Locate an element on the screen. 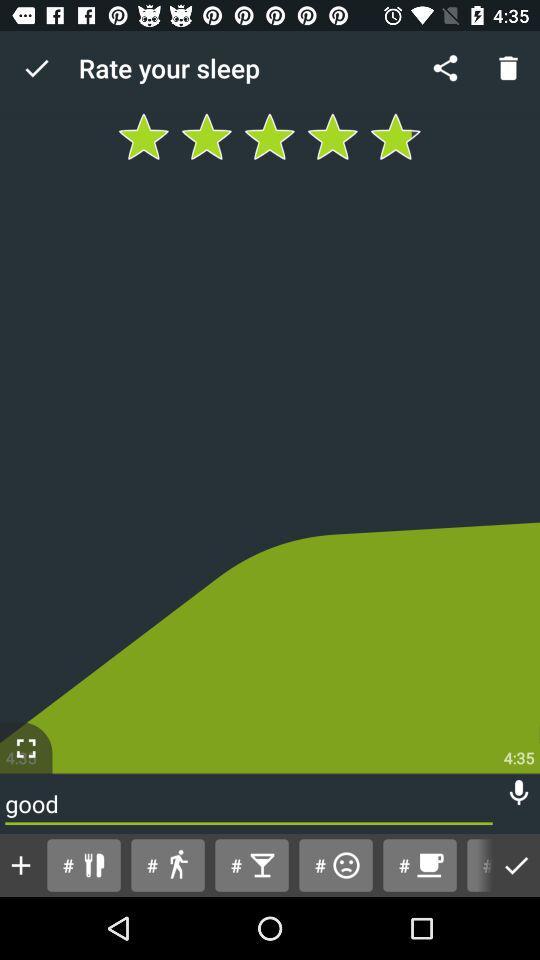 This screenshot has height=960, width=540. the microphone icon is located at coordinates (518, 793).